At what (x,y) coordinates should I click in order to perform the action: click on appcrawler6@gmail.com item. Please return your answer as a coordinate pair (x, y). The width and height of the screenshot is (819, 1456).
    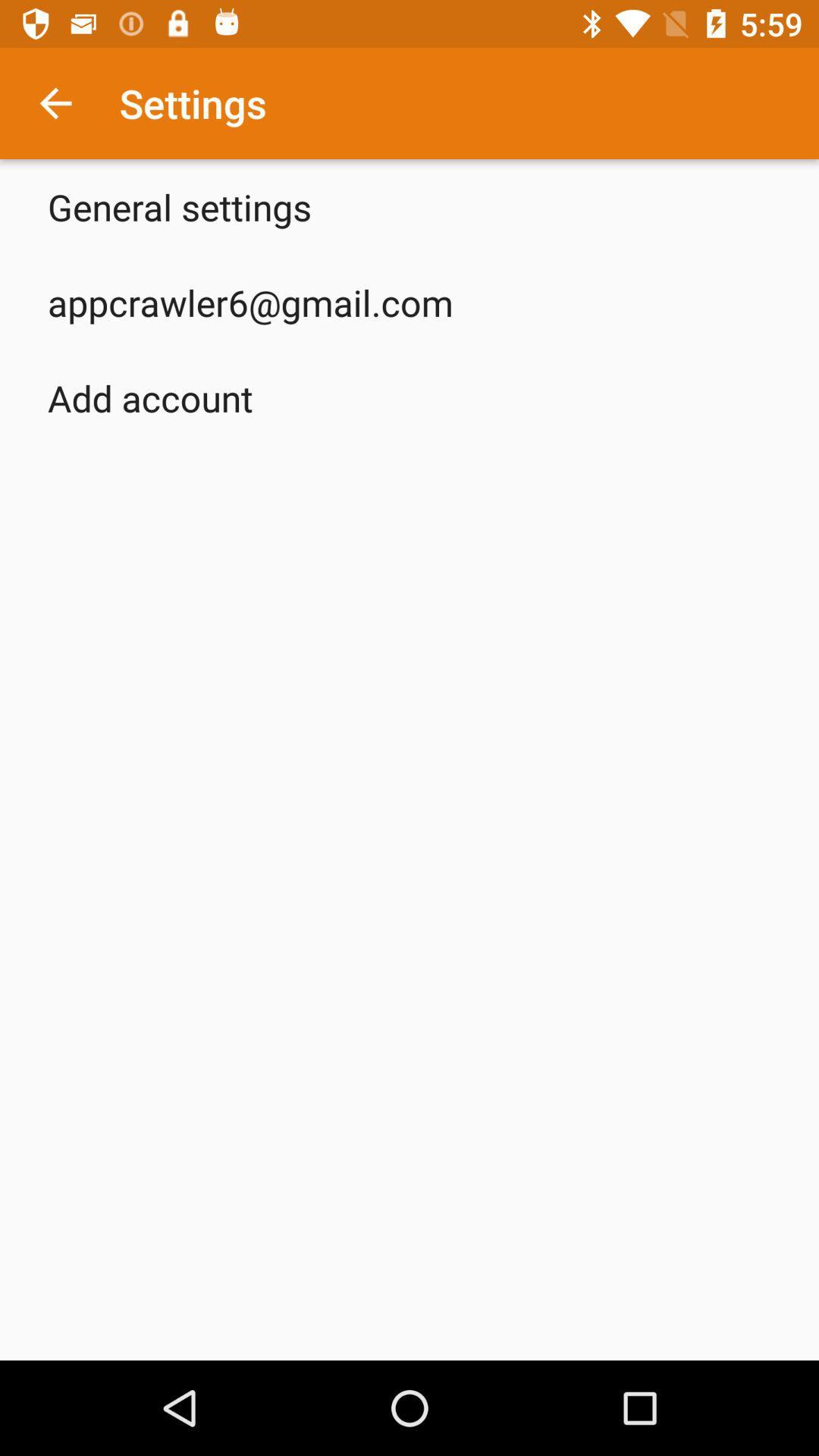
    Looking at the image, I should click on (249, 302).